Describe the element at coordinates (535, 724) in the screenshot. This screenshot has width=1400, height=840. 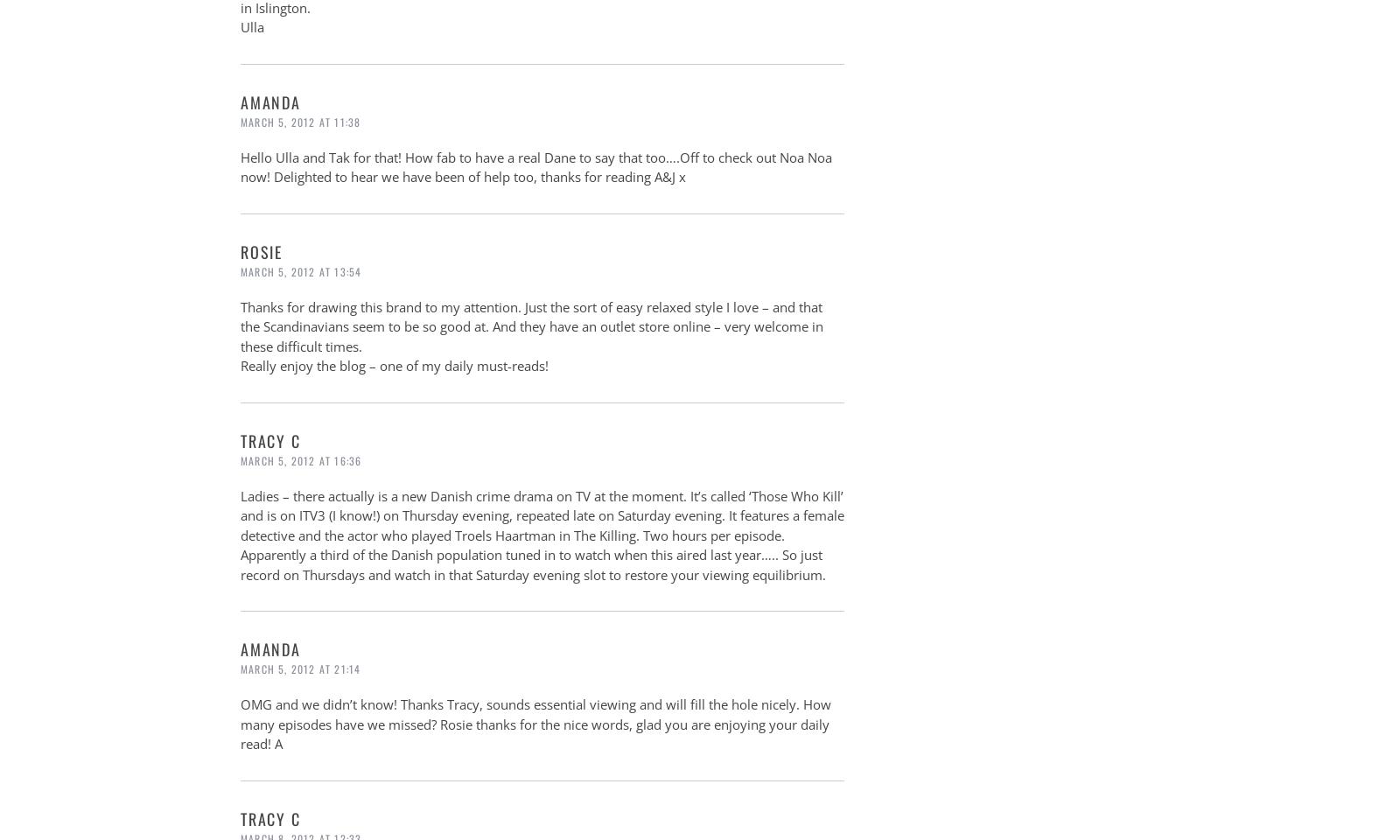
I see `'OMG and we didn’t know! Thanks Tracy, sounds essential viewing and will fill the hole nicely. How many episodes have we missed? Rosie thanks for the nice words, glad you are enjoying your daily read! A'` at that location.